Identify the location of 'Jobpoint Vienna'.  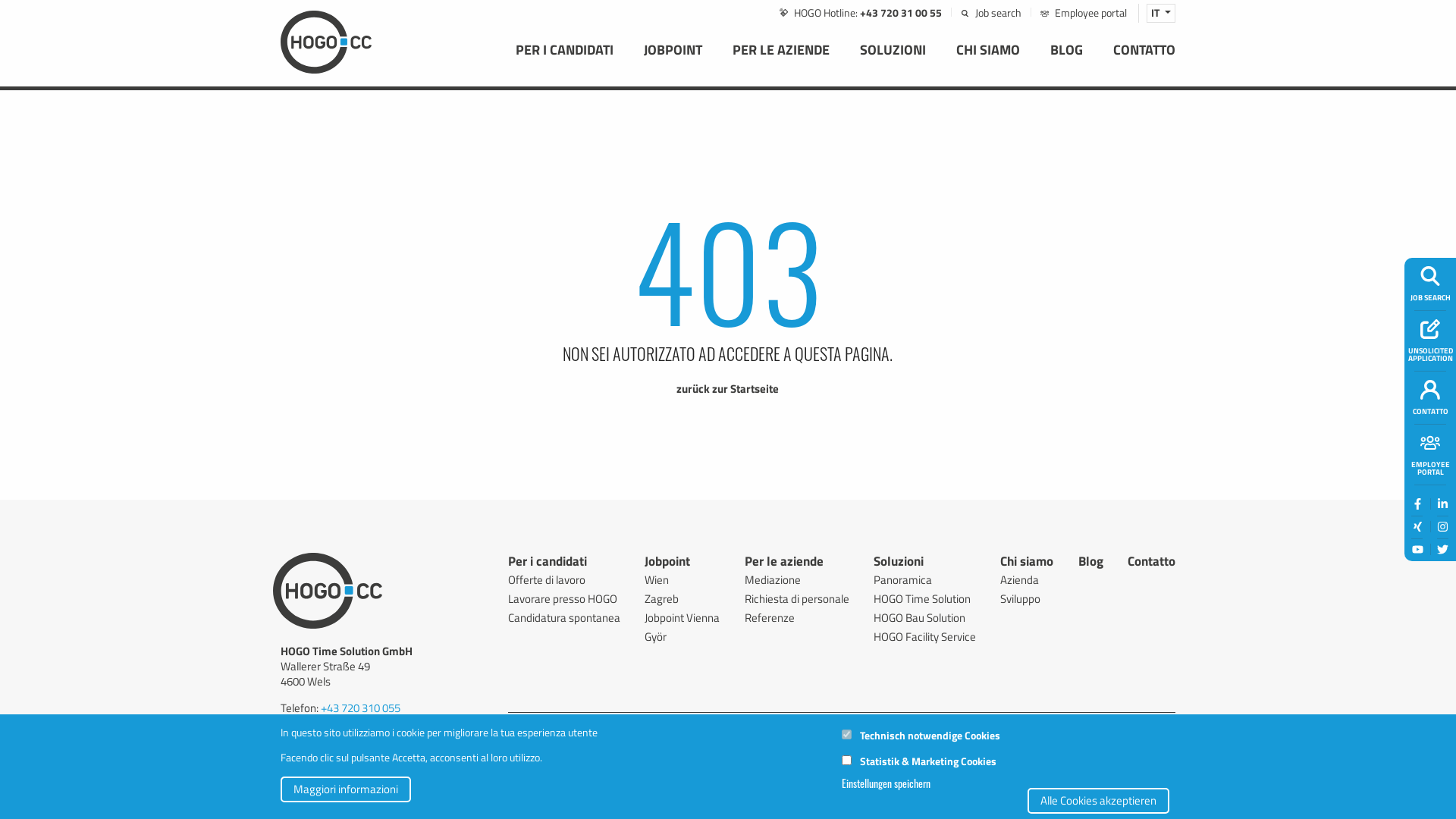
(681, 617).